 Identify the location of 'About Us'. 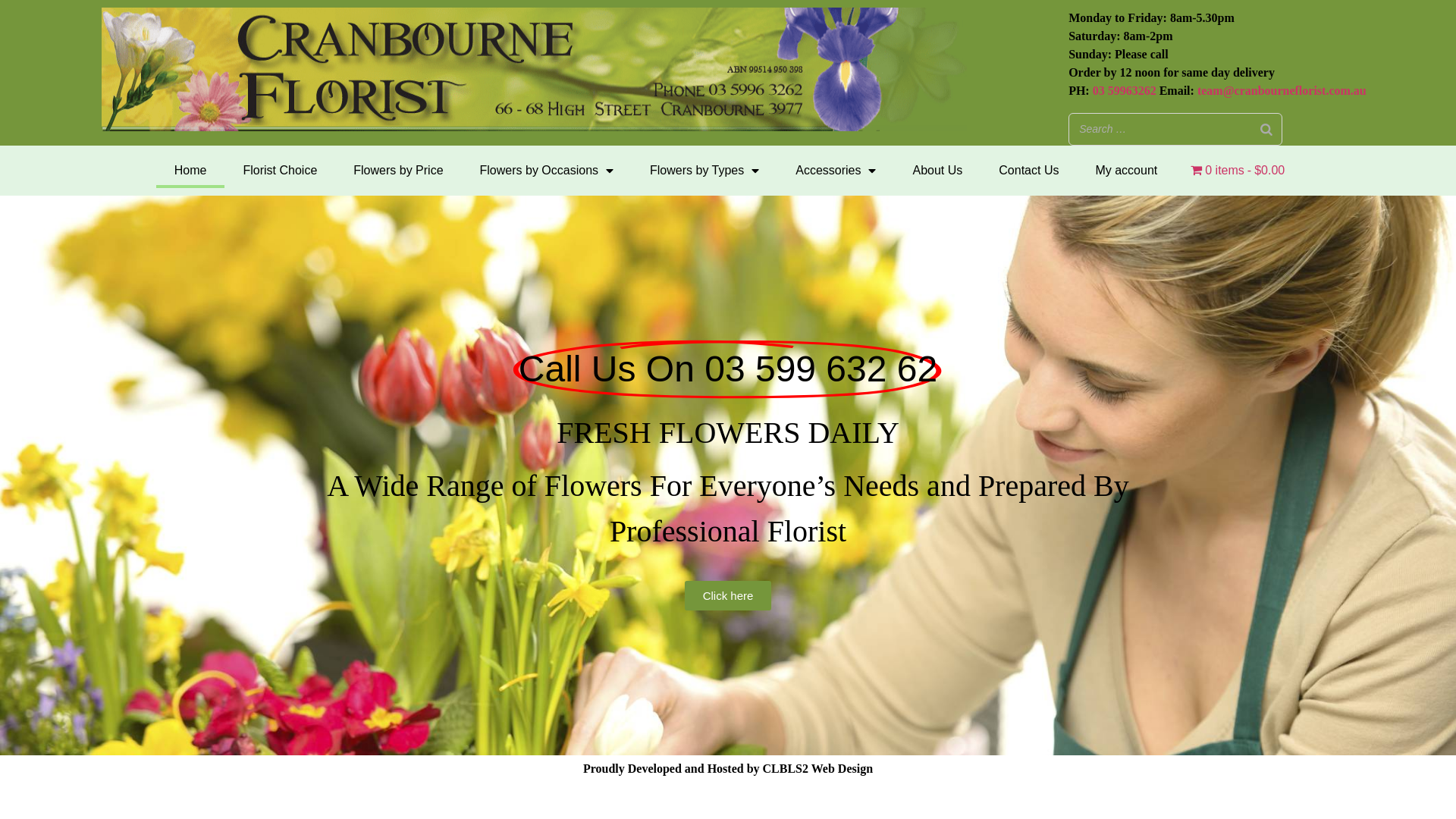
(937, 170).